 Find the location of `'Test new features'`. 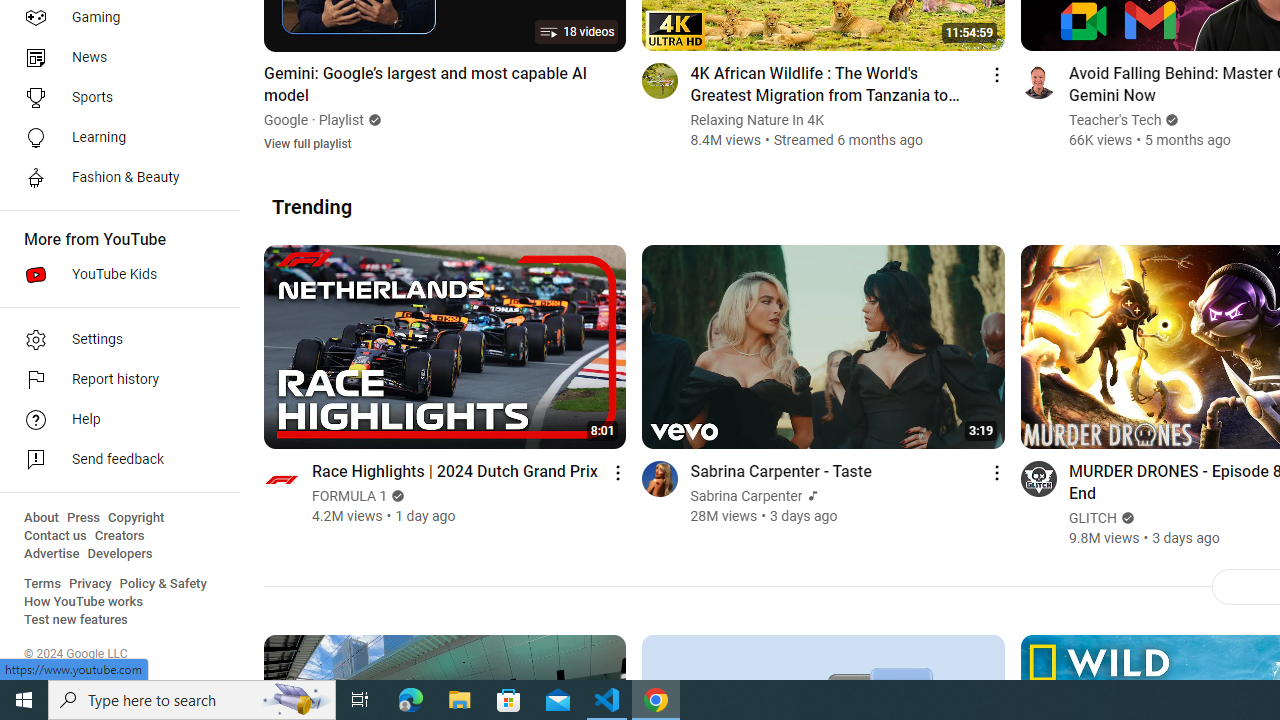

'Test new features' is located at coordinates (76, 619).